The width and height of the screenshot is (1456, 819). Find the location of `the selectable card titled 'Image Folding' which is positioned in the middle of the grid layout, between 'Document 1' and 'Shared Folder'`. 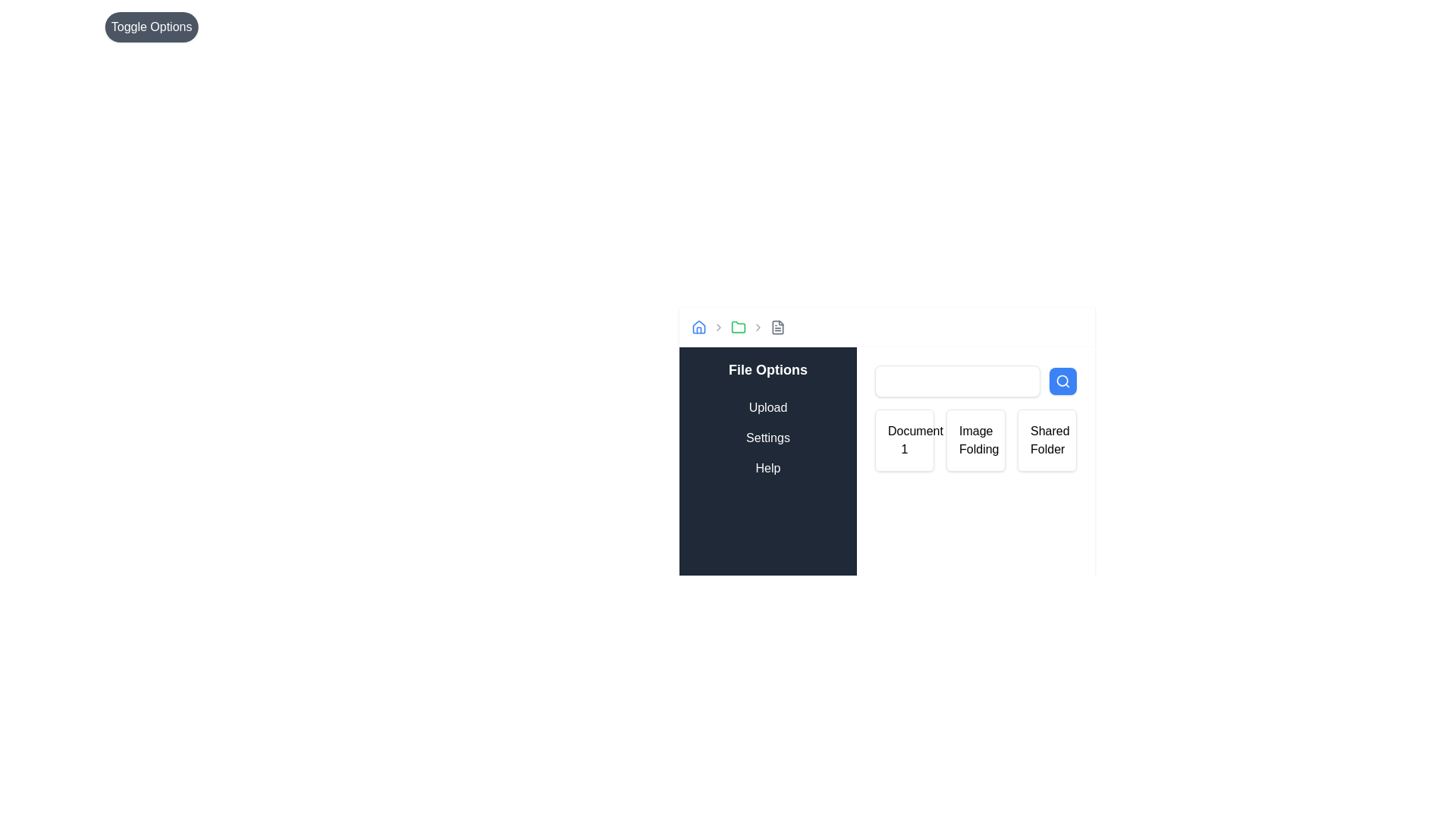

the selectable card titled 'Image Folding' which is positioned in the middle of the grid layout, between 'Document 1' and 'Shared Folder' is located at coordinates (975, 441).